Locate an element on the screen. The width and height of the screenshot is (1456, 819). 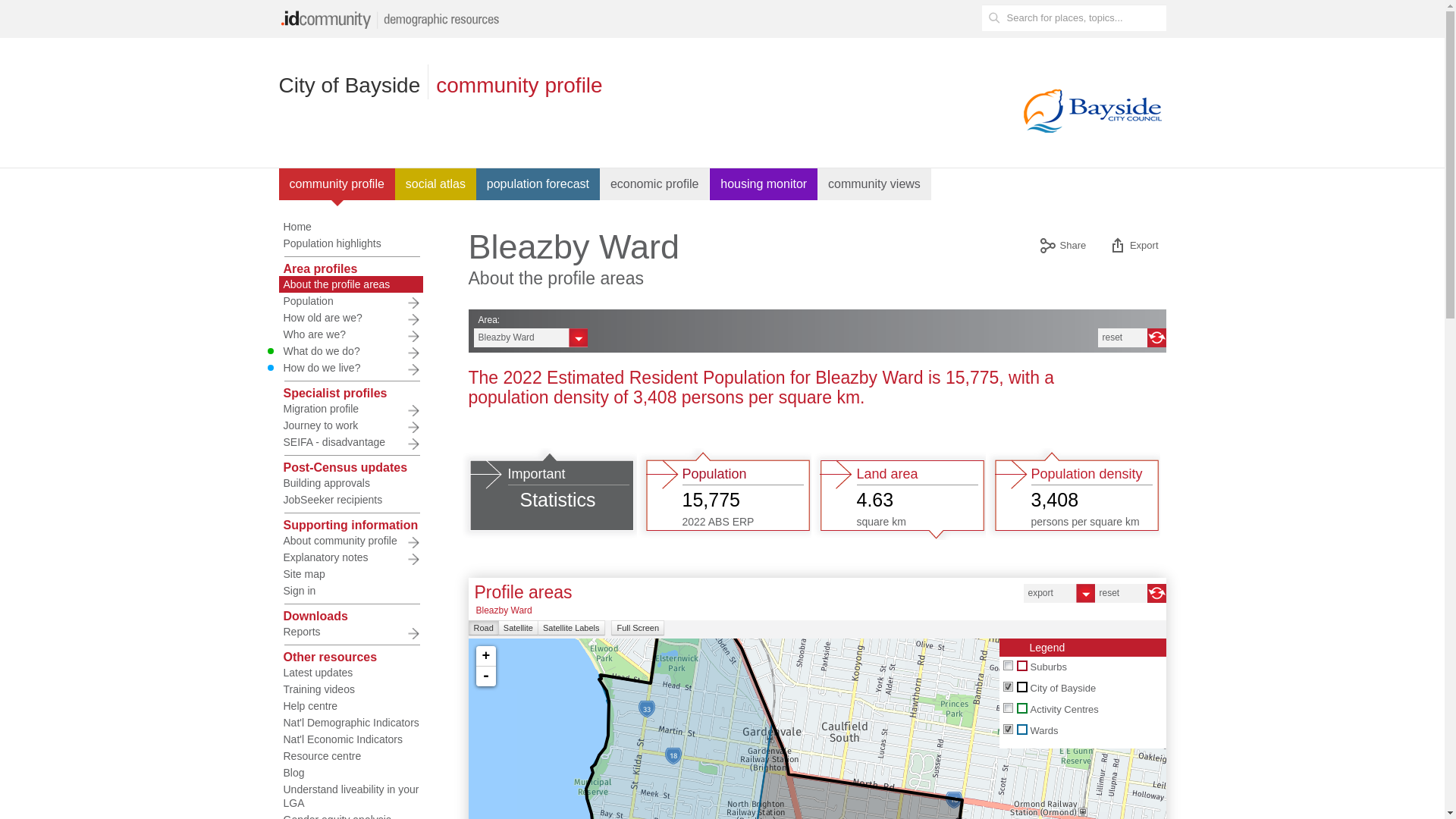
'How old are we? is located at coordinates (279, 317).